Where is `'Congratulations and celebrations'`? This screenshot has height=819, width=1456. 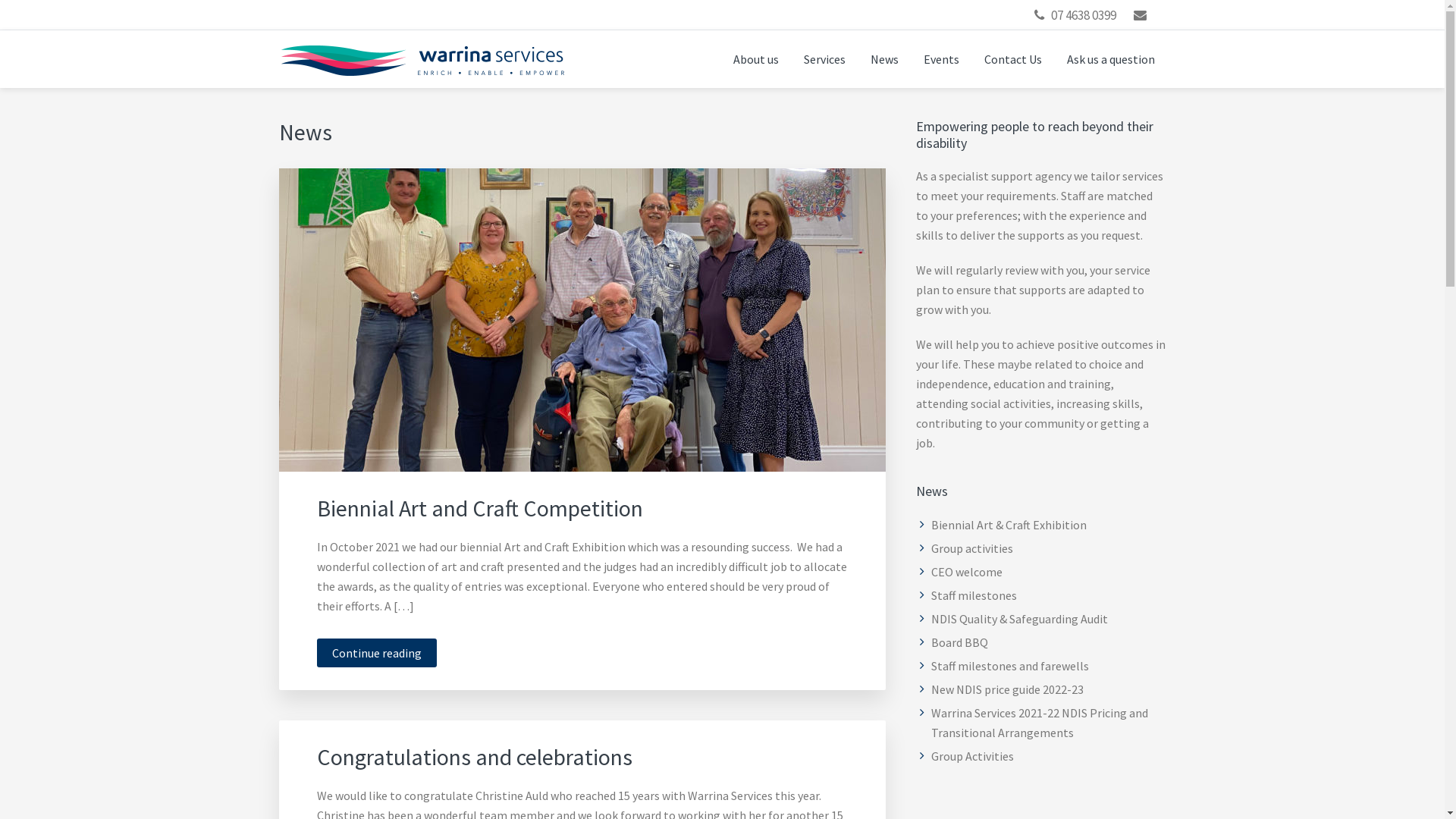 'Congratulations and celebrations' is located at coordinates (473, 757).